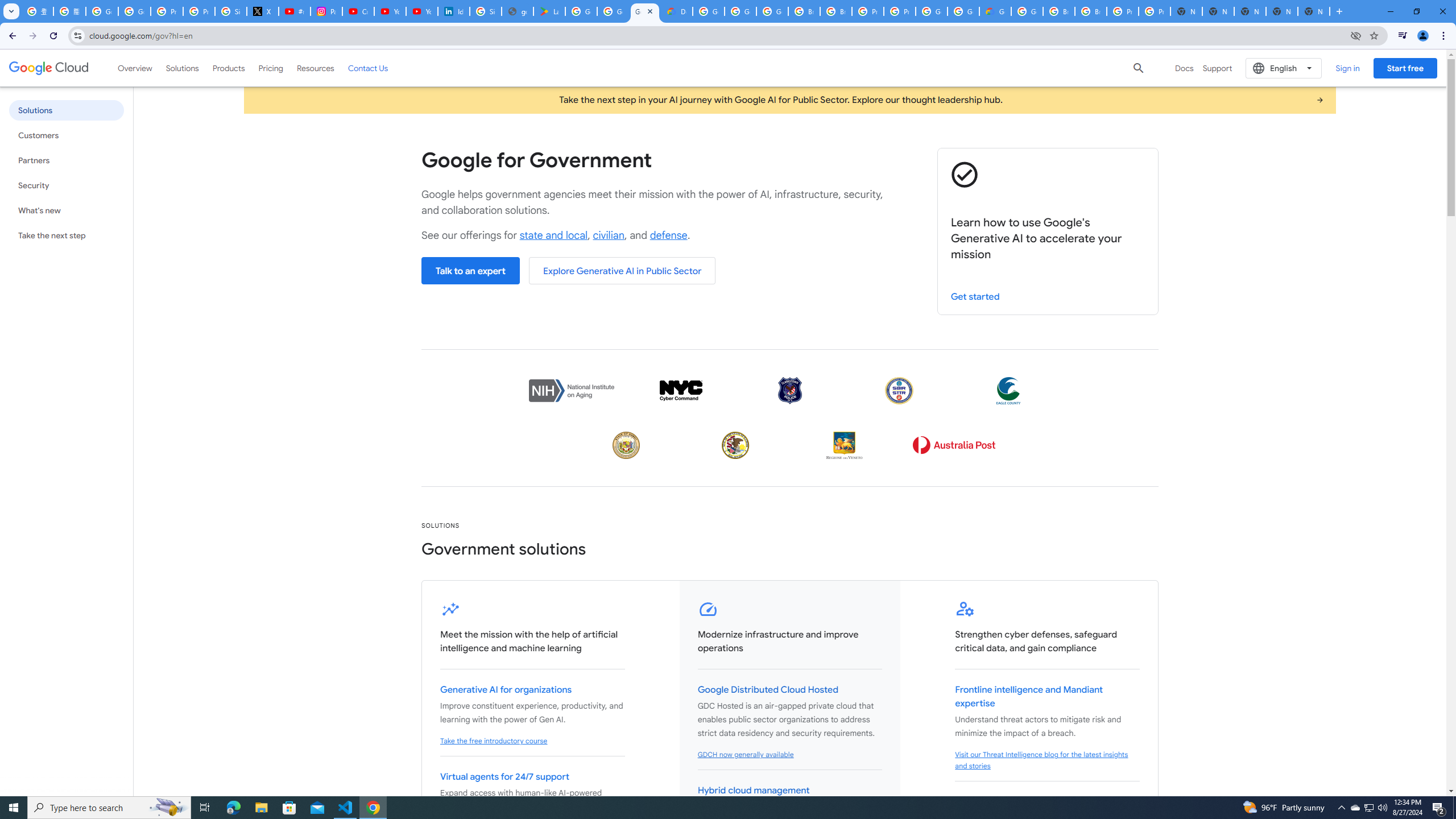 This screenshot has width=1456, height=819. Describe the element at coordinates (1217, 67) in the screenshot. I see `'Support'` at that location.